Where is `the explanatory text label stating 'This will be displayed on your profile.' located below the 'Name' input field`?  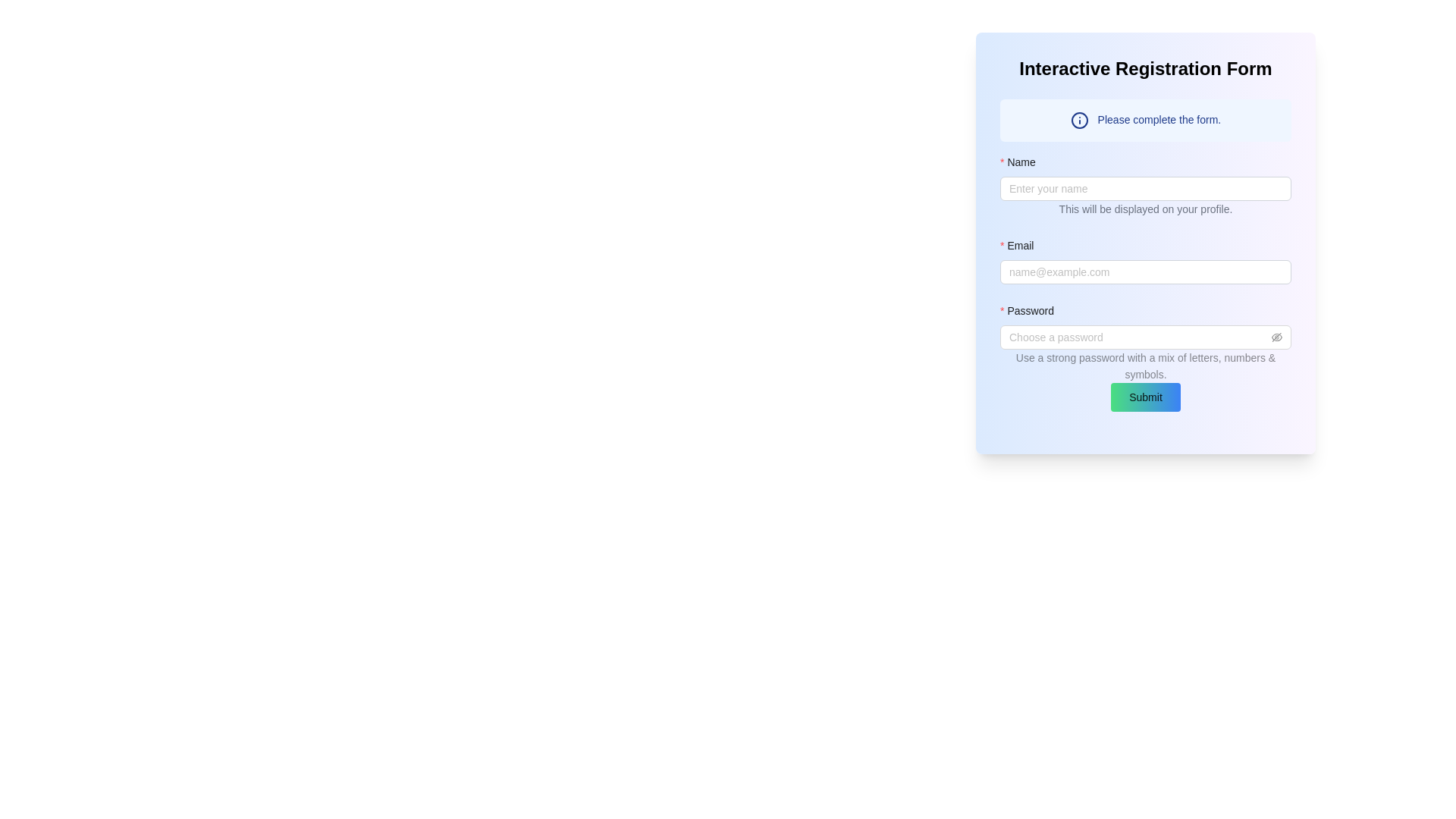
the explanatory text label stating 'This will be displayed on your profile.' located below the 'Name' input field is located at coordinates (1146, 209).